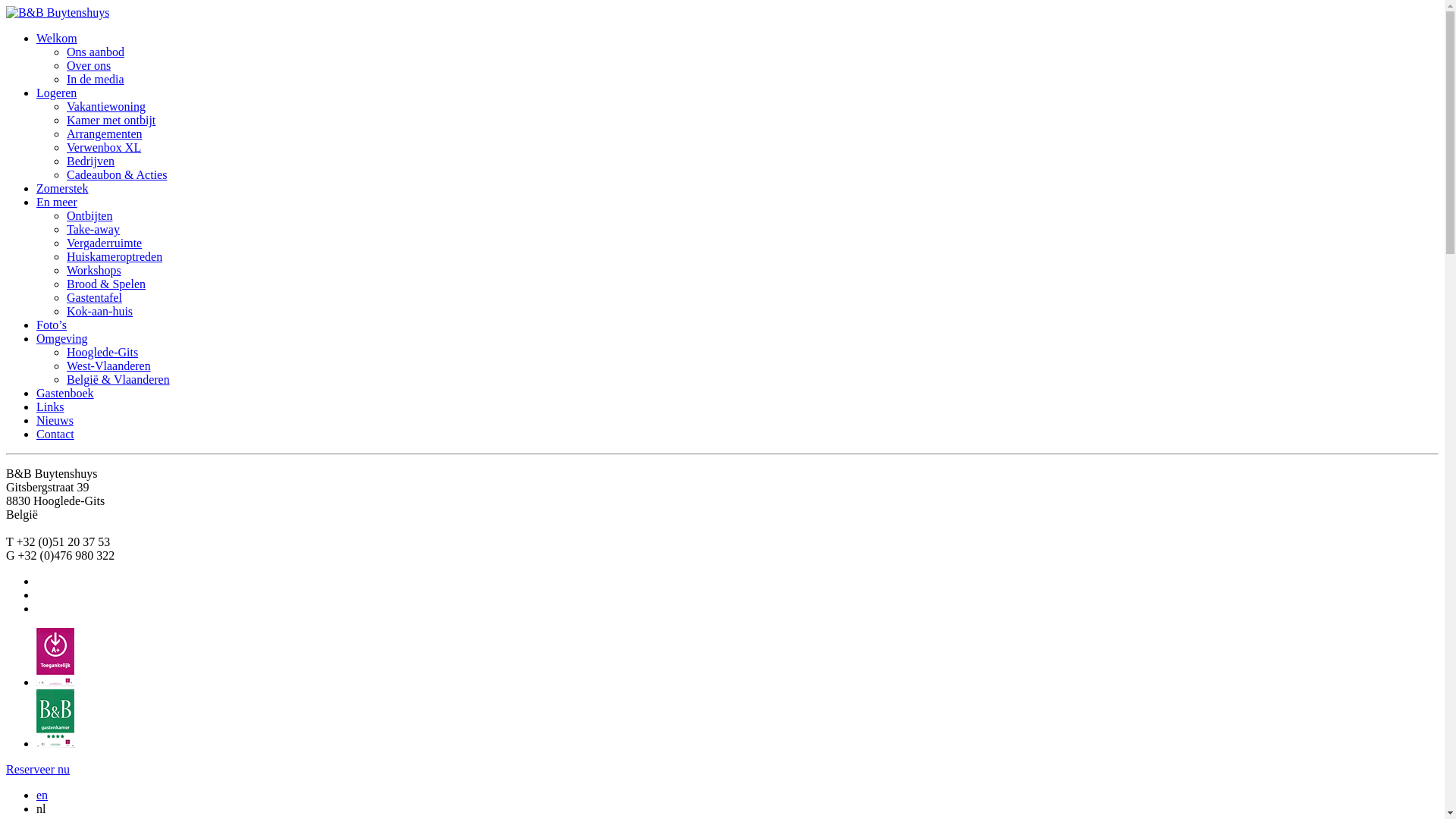 This screenshot has width=1456, height=819. Describe the element at coordinates (93, 297) in the screenshot. I see `'Gastentafel'` at that location.